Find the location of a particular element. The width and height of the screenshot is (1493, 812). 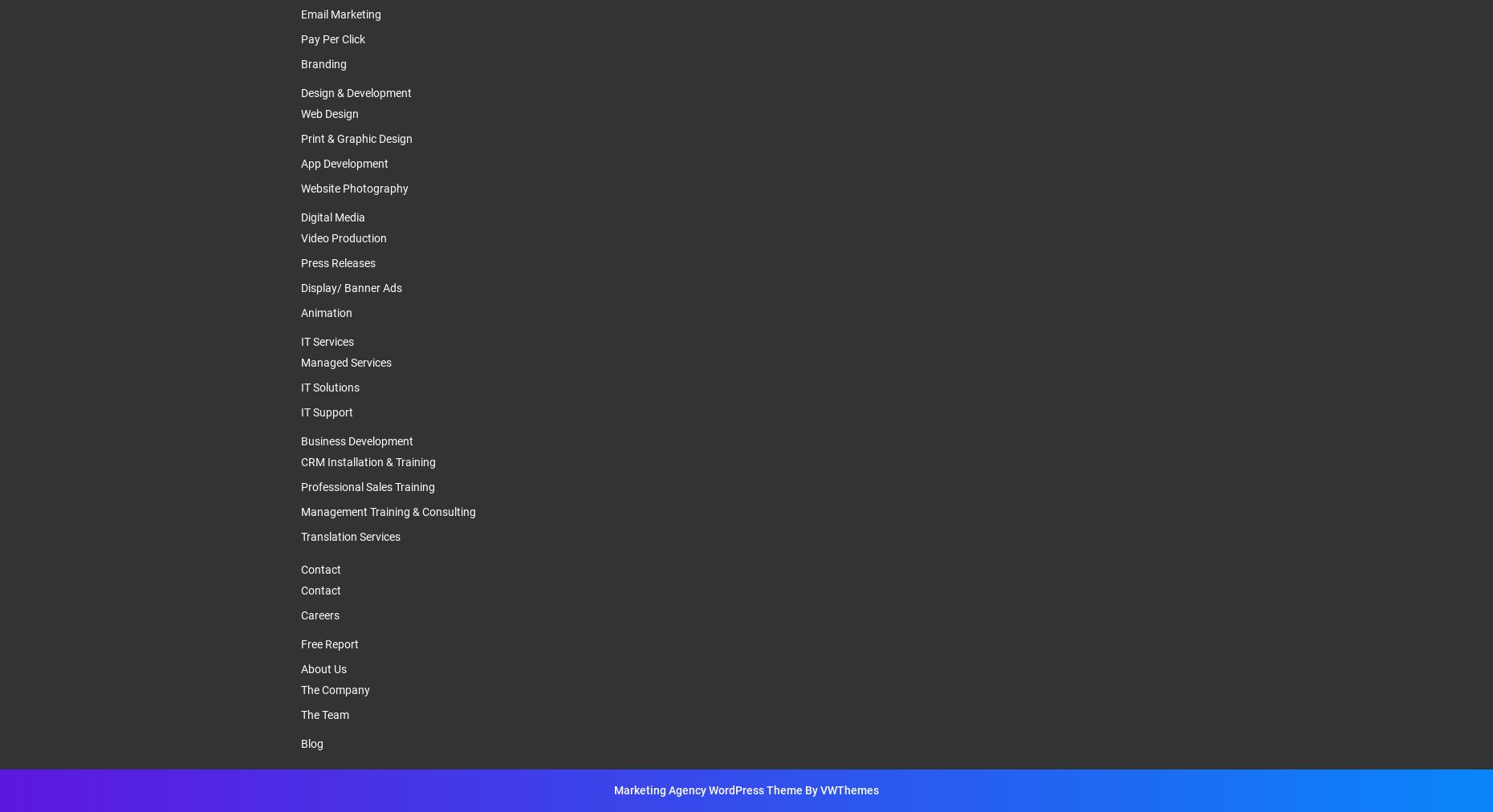

'Press Releases' is located at coordinates (338, 262).